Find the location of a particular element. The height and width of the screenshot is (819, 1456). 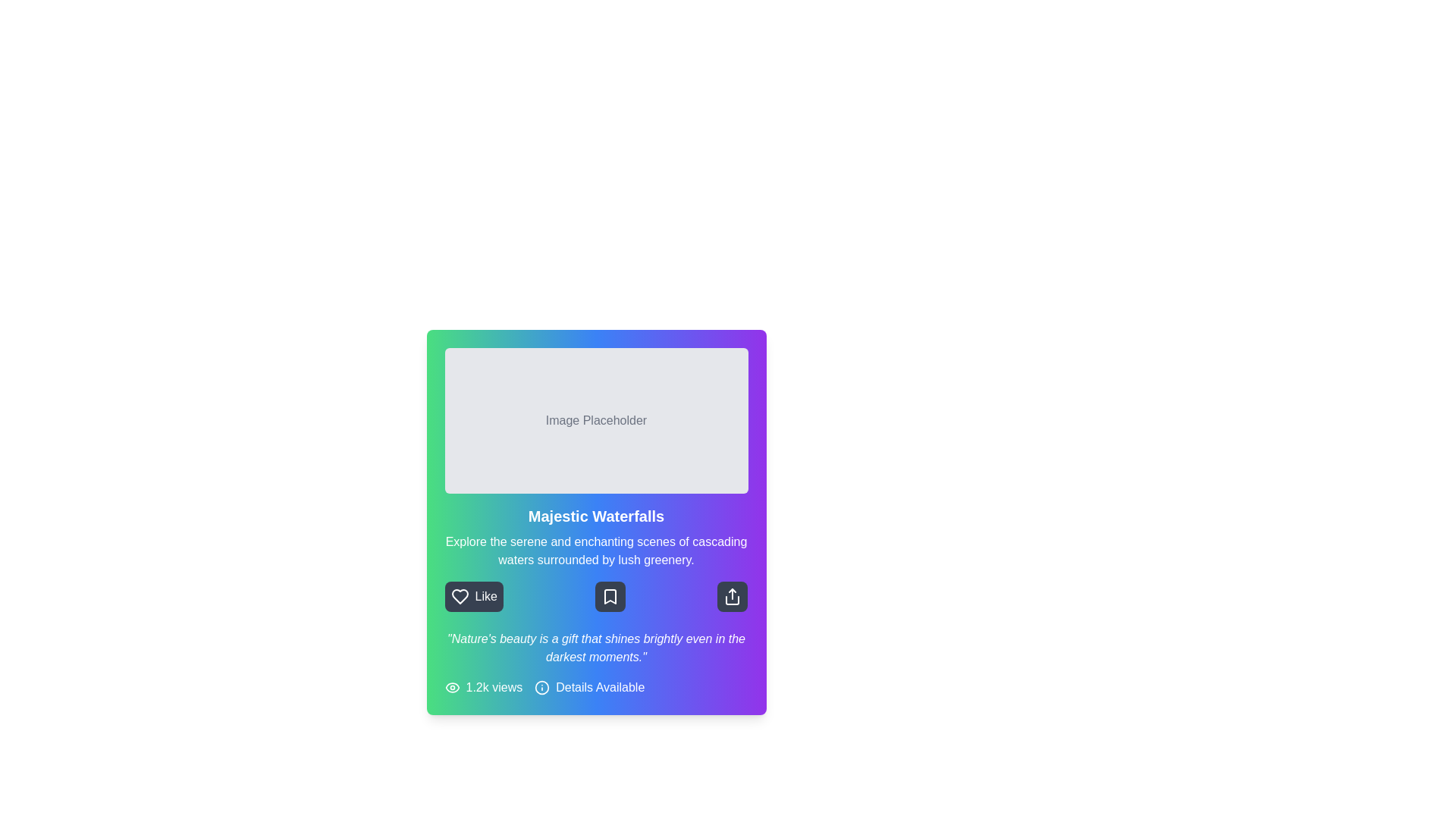

the bookmark icon, which is the second button in the bottom row of buttons in the card is located at coordinates (610, 595).